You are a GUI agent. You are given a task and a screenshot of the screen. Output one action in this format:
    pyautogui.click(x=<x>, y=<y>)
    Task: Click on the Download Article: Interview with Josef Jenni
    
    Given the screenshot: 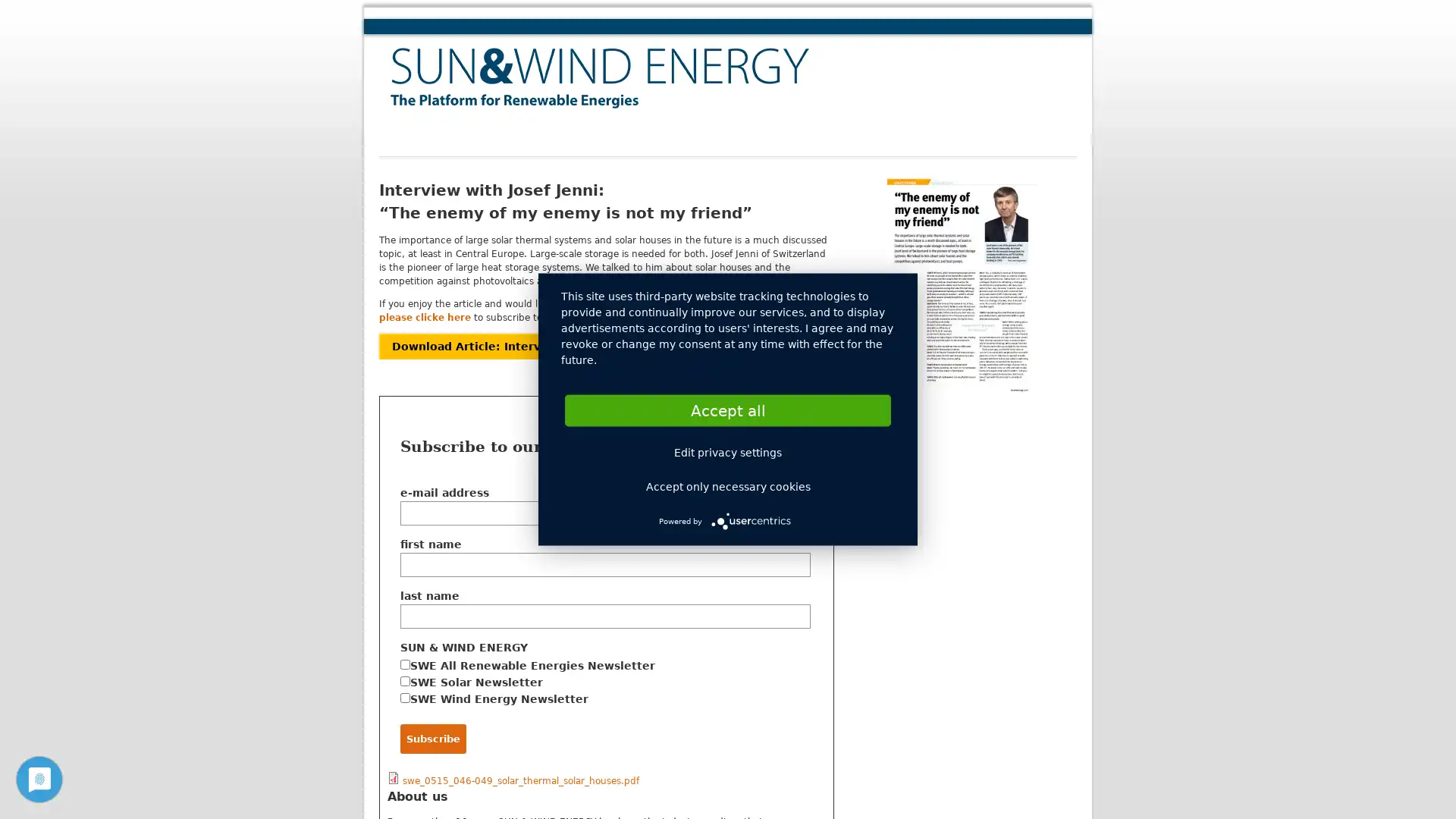 What is the action you would take?
    pyautogui.click(x=526, y=346)
    